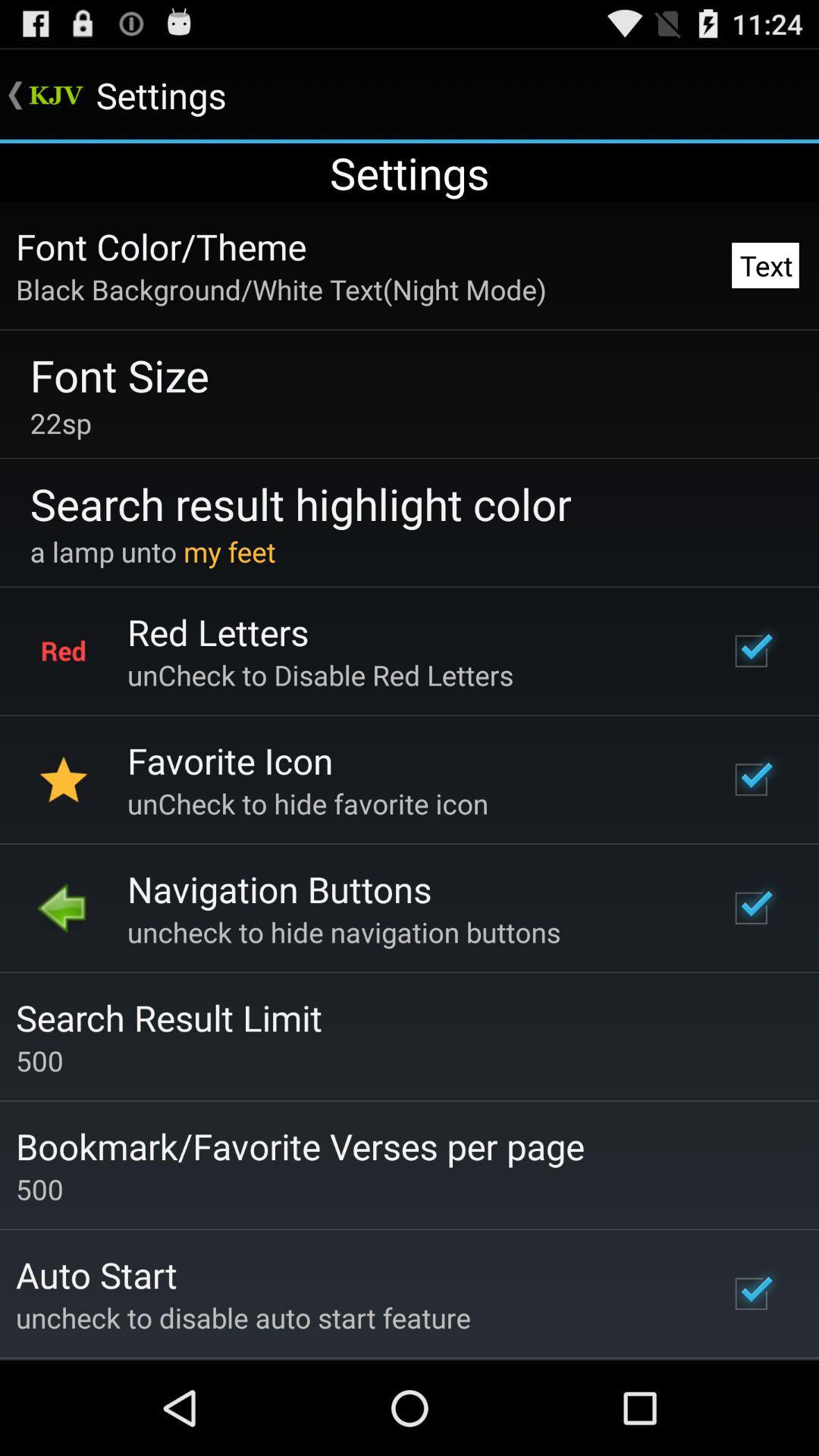  Describe the element at coordinates (60, 422) in the screenshot. I see `icon above search result highlight app` at that location.